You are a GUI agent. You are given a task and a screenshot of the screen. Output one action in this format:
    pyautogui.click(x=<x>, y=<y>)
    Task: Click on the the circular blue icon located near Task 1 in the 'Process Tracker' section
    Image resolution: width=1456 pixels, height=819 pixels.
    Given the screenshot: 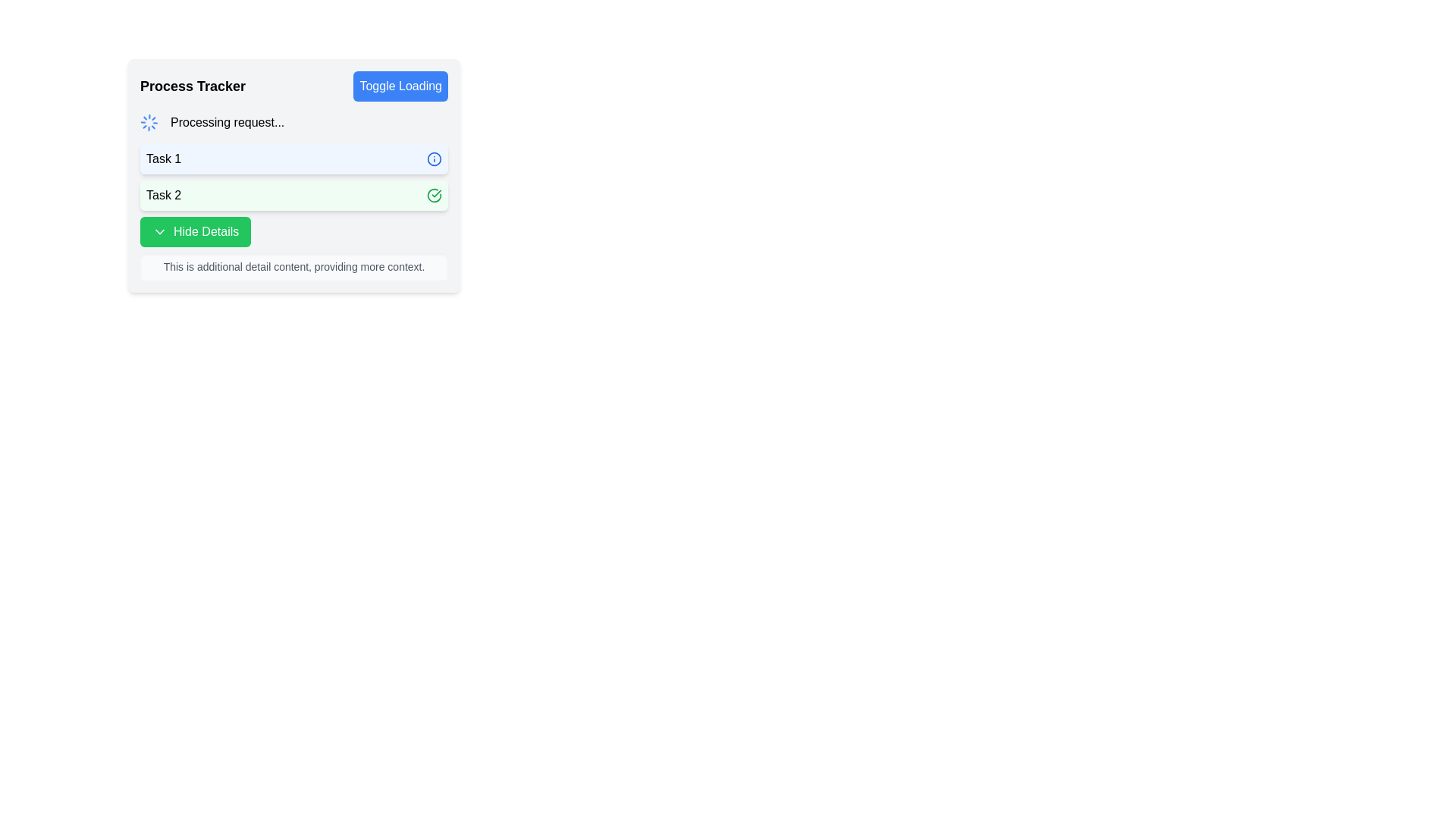 What is the action you would take?
    pyautogui.click(x=433, y=158)
    